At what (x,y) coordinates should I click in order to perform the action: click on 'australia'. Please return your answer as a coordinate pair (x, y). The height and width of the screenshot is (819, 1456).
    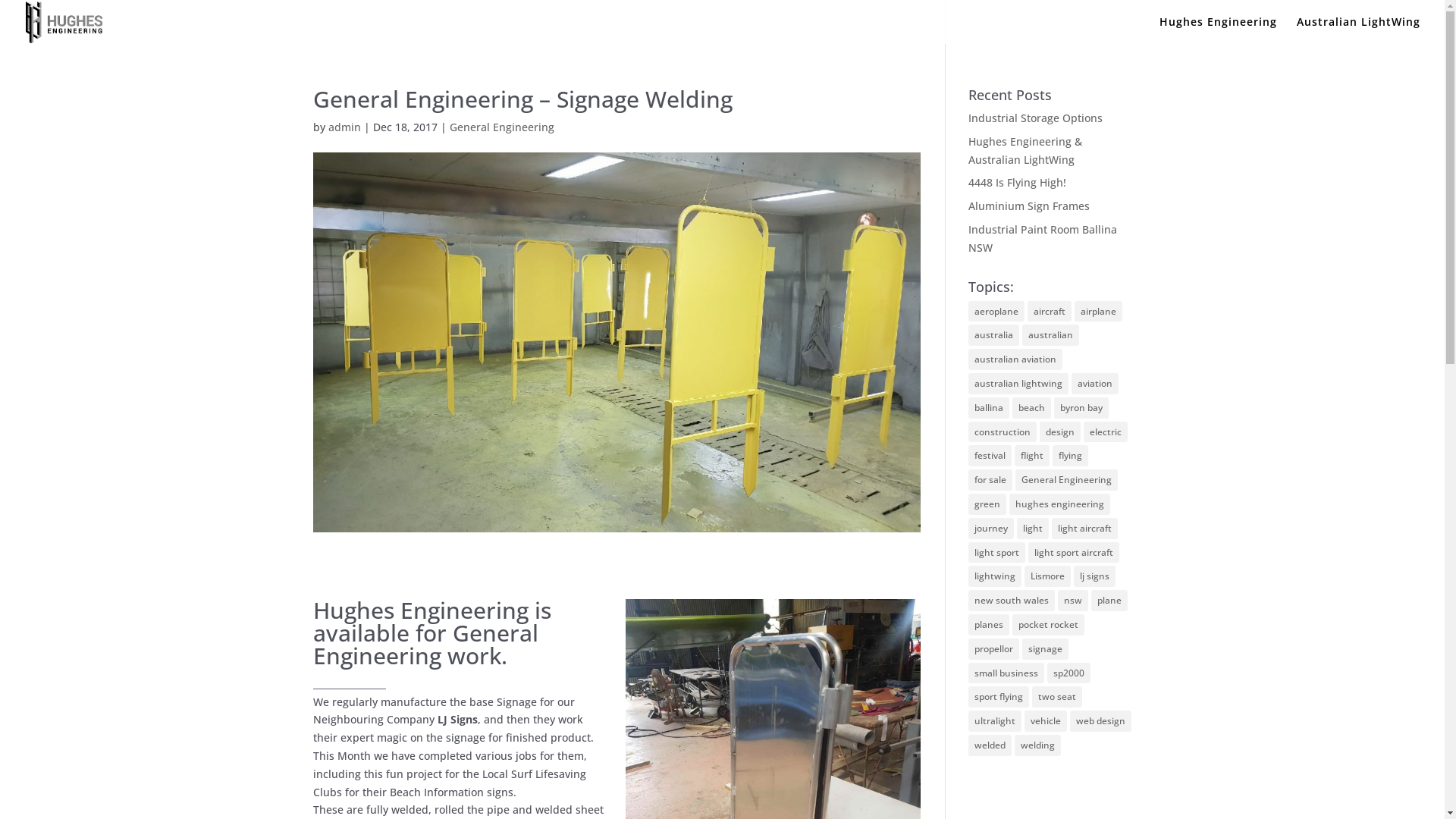
    Looking at the image, I should click on (993, 334).